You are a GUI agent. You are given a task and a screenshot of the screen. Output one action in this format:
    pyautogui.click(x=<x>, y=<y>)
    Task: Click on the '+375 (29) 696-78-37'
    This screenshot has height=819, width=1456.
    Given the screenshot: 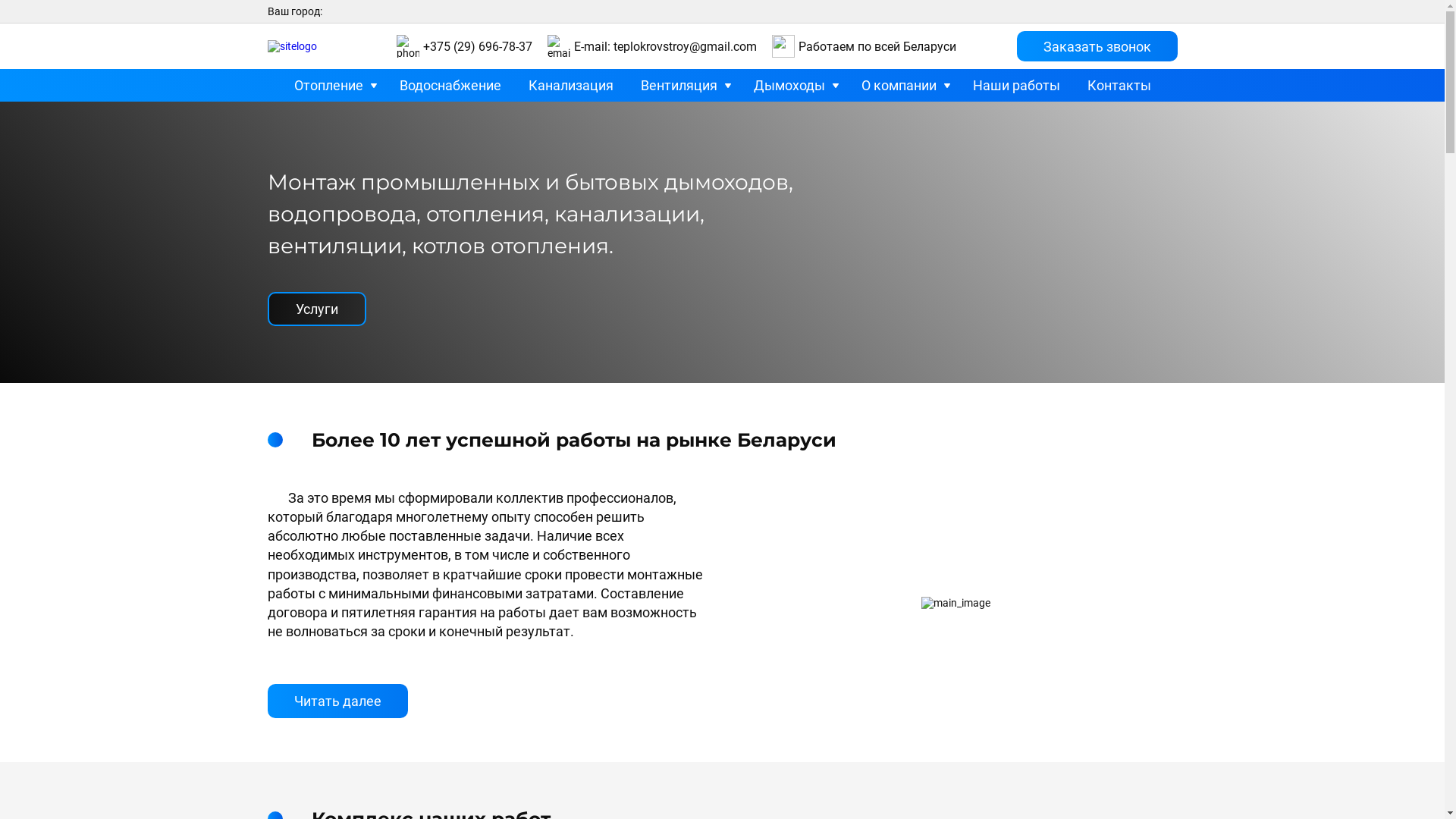 What is the action you would take?
    pyautogui.click(x=422, y=45)
    